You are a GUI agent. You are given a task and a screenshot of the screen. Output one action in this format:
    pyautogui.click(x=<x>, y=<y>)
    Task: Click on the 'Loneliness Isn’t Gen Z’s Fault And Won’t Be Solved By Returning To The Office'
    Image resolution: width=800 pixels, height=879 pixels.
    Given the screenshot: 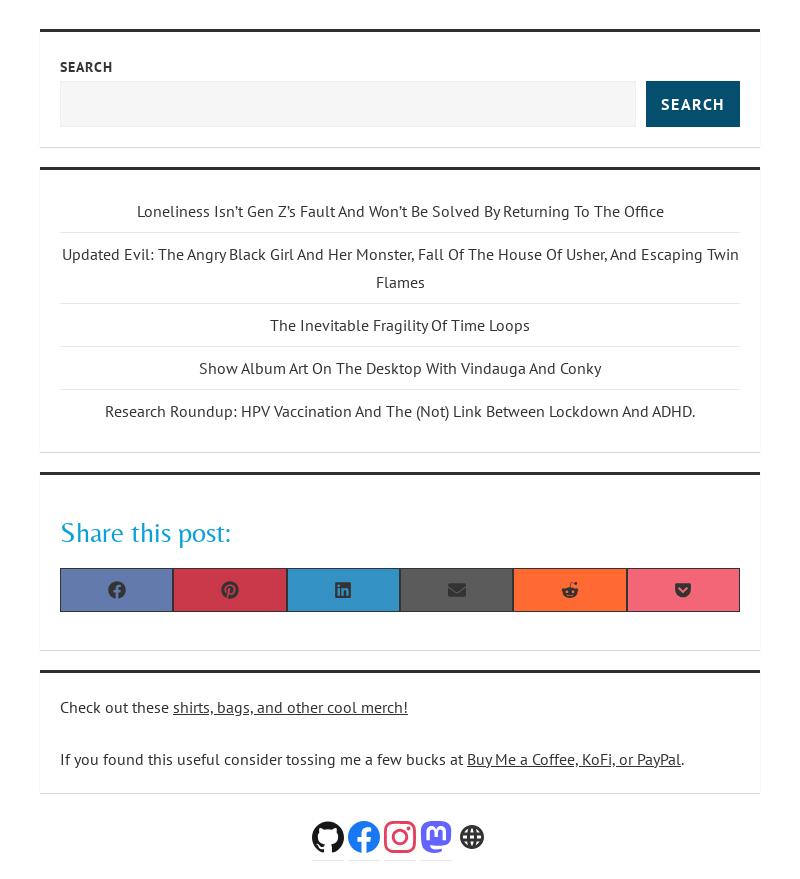 What is the action you would take?
    pyautogui.click(x=398, y=209)
    